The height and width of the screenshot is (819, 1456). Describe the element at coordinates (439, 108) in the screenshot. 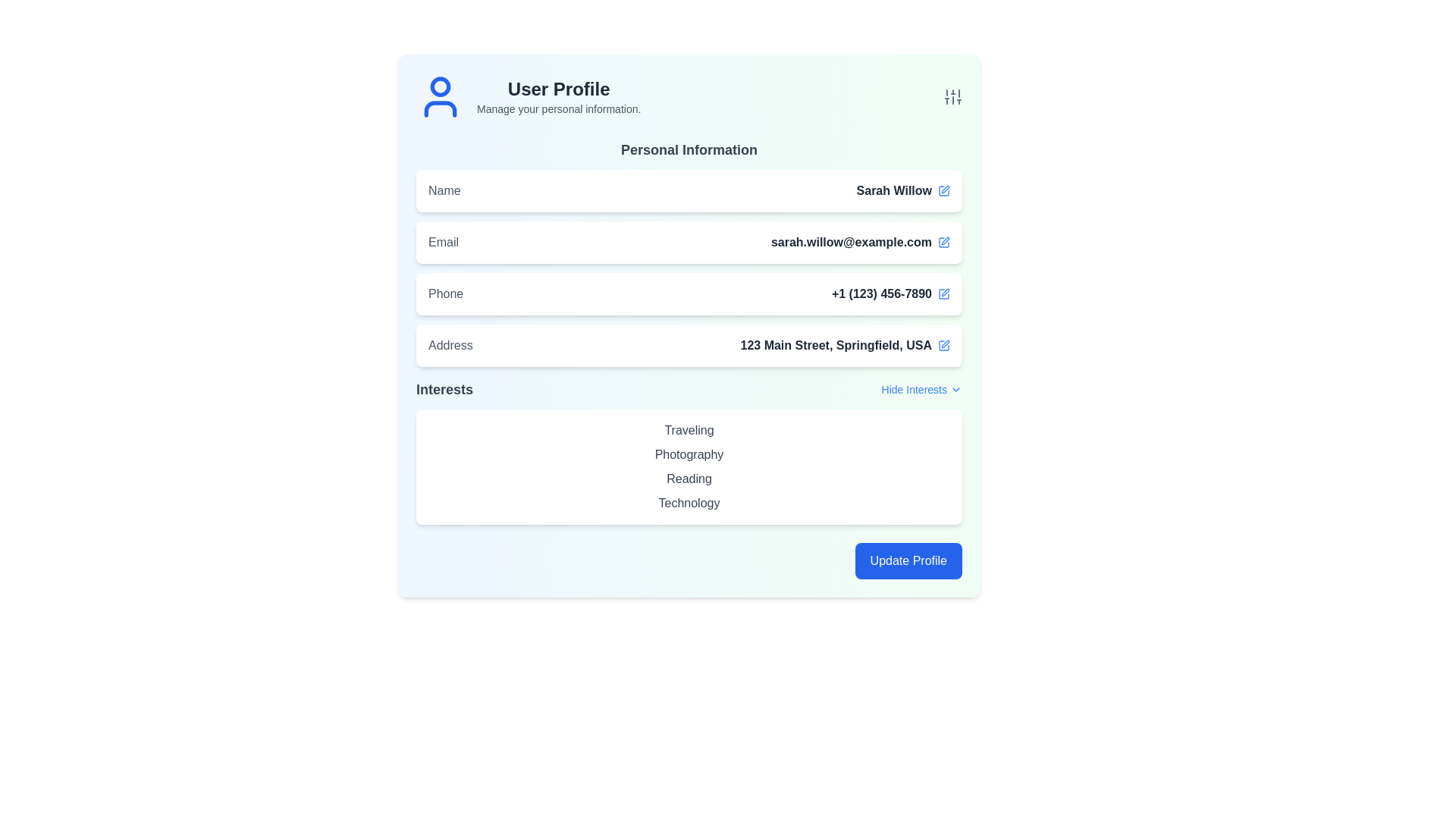

I see `the curved line representing the shoulders and chest of the avatar icon located in the top-left corner of the user profile section` at that location.